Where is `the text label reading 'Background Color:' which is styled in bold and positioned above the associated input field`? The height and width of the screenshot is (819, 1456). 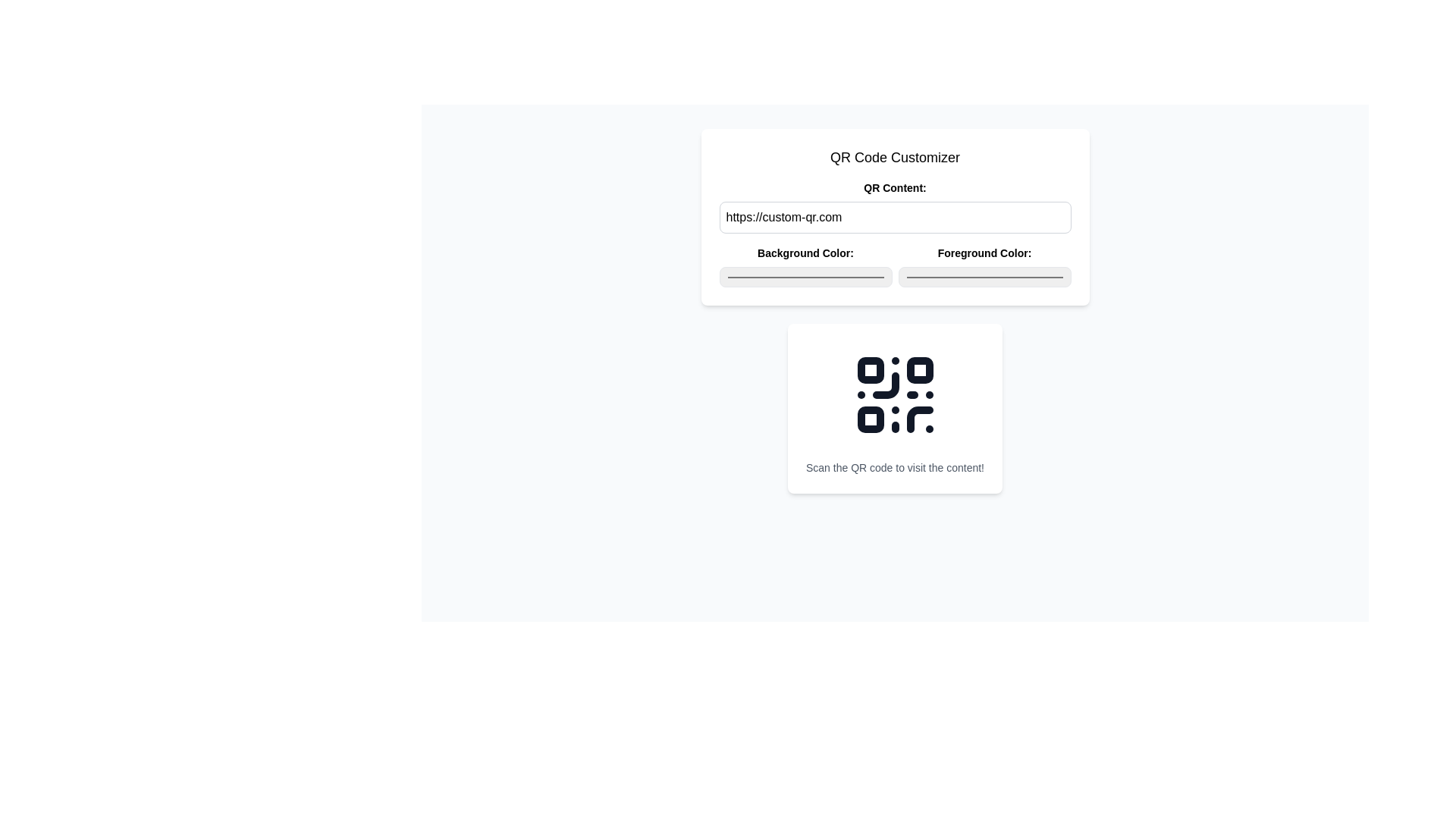 the text label reading 'Background Color:' which is styled in bold and positioned above the associated input field is located at coordinates (805, 253).